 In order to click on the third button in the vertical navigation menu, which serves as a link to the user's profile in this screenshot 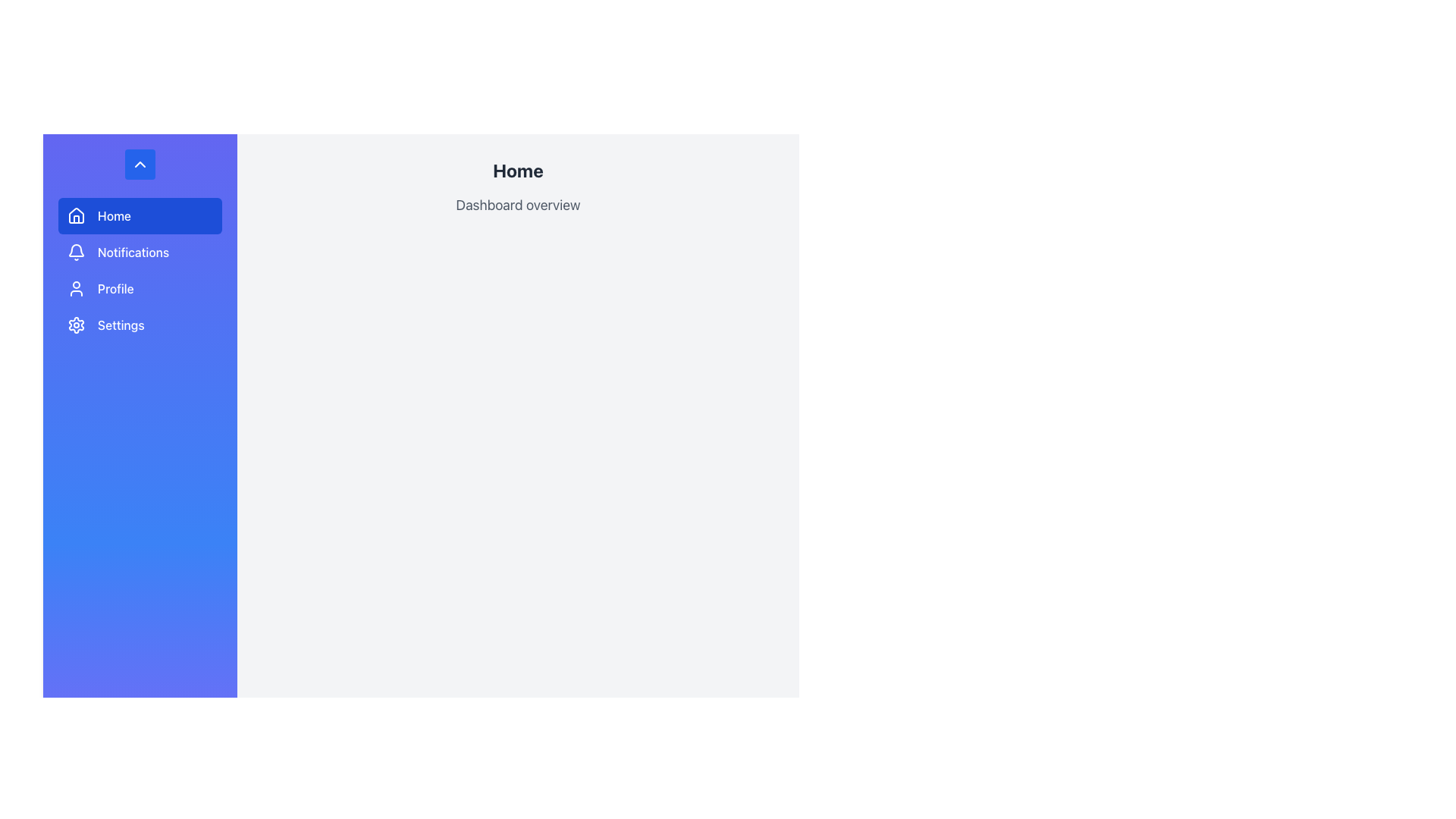, I will do `click(140, 289)`.